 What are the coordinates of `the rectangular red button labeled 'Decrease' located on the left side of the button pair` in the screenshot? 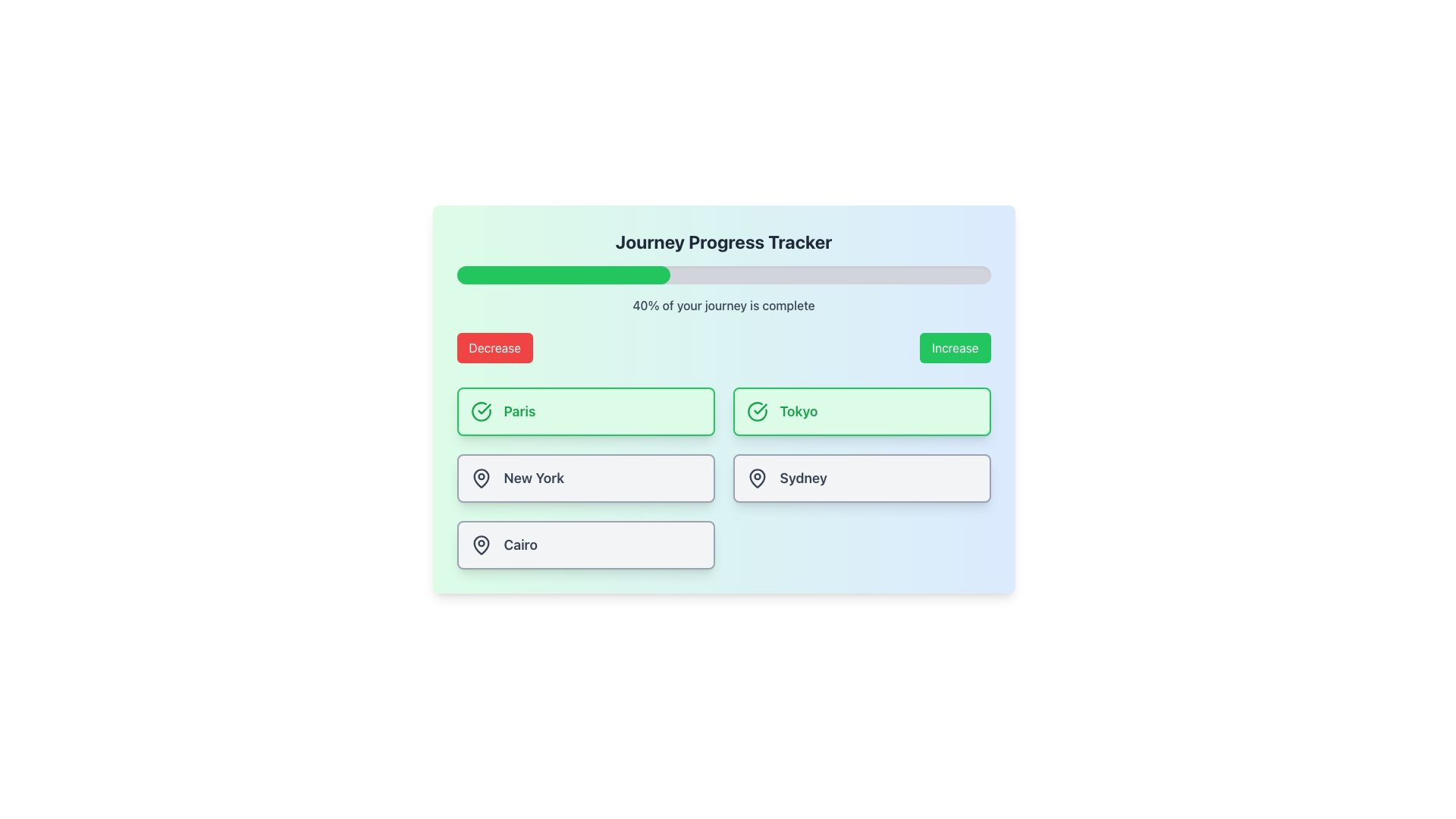 It's located at (494, 348).